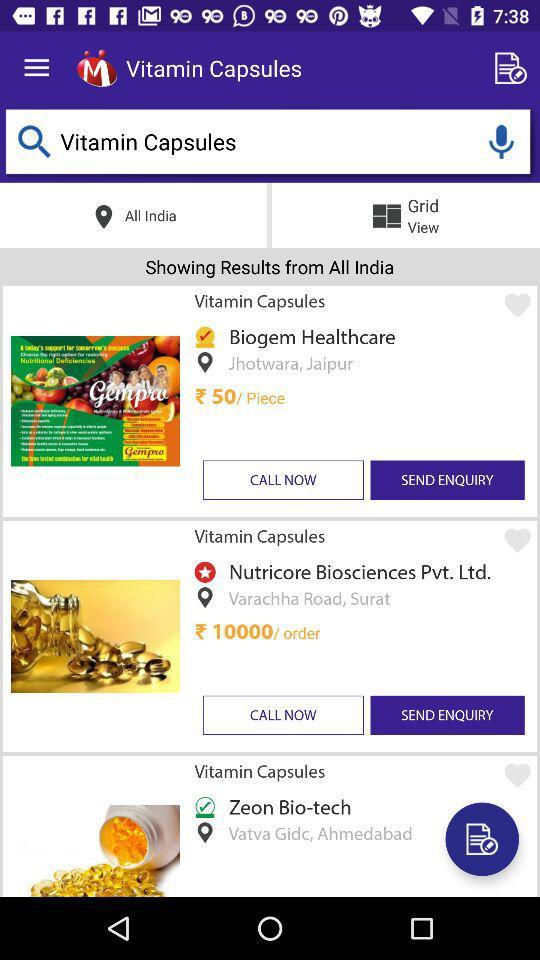  I want to click on the icon next to the vitamin capsules, so click(514, 68).